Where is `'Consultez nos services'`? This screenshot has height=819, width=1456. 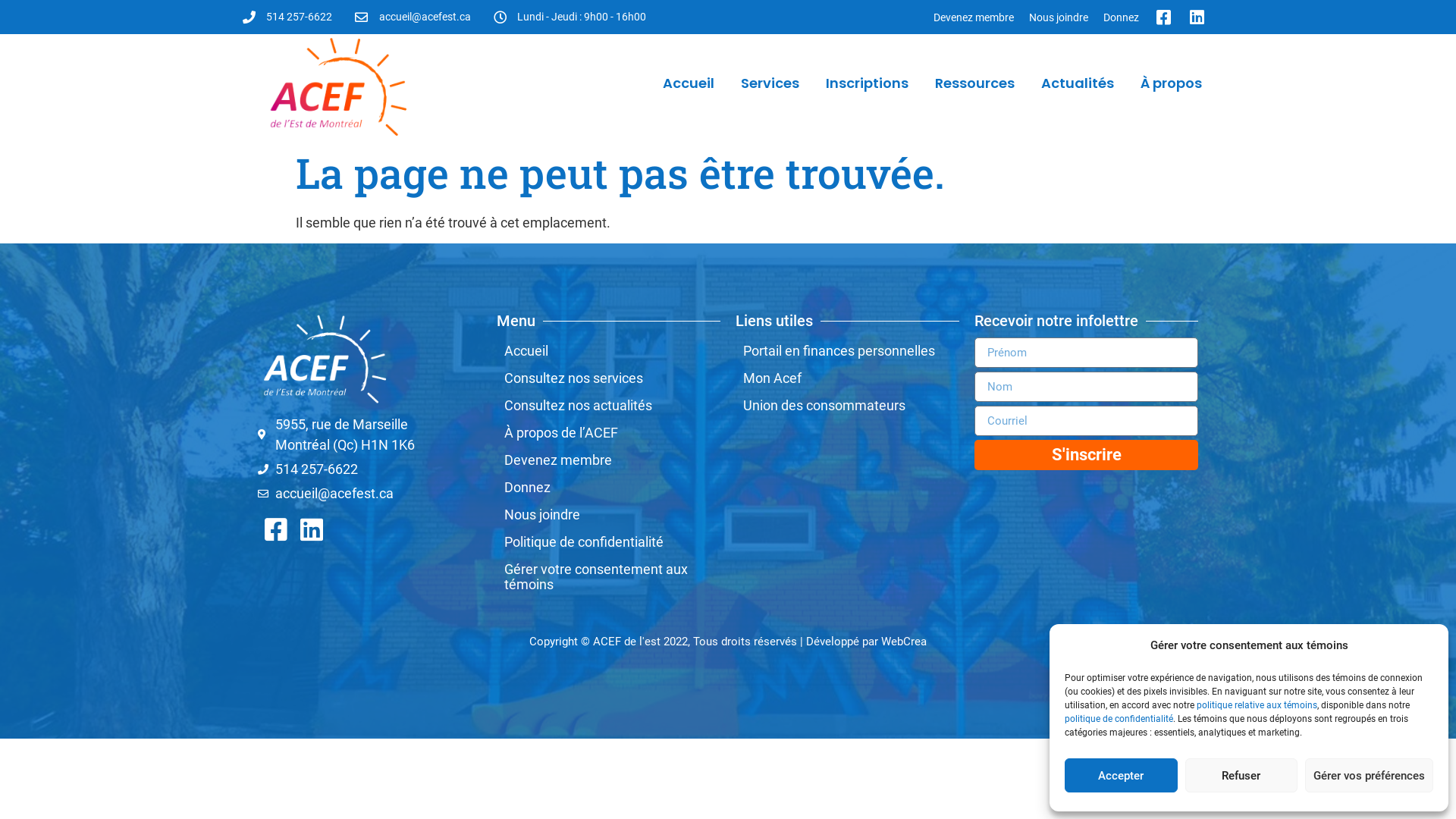 'Consultez nos services' is located at coordinates (496, 377).